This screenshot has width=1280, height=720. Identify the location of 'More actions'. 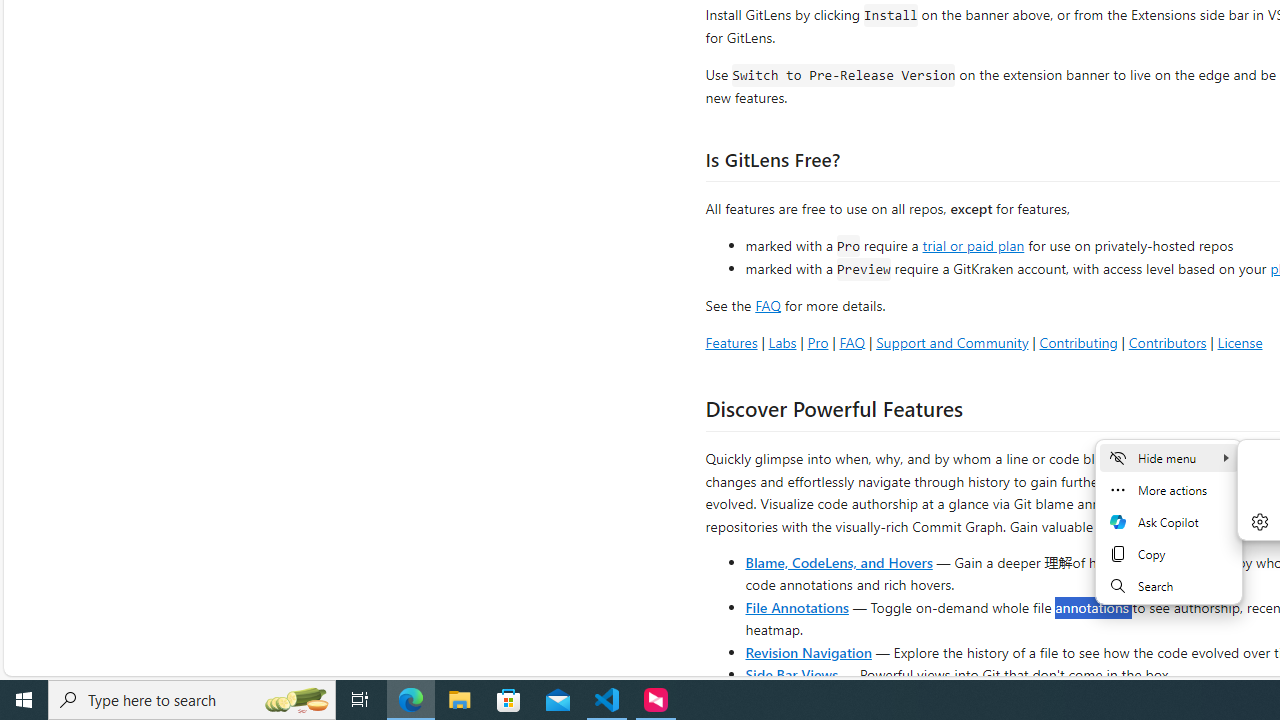
(1168, 489).